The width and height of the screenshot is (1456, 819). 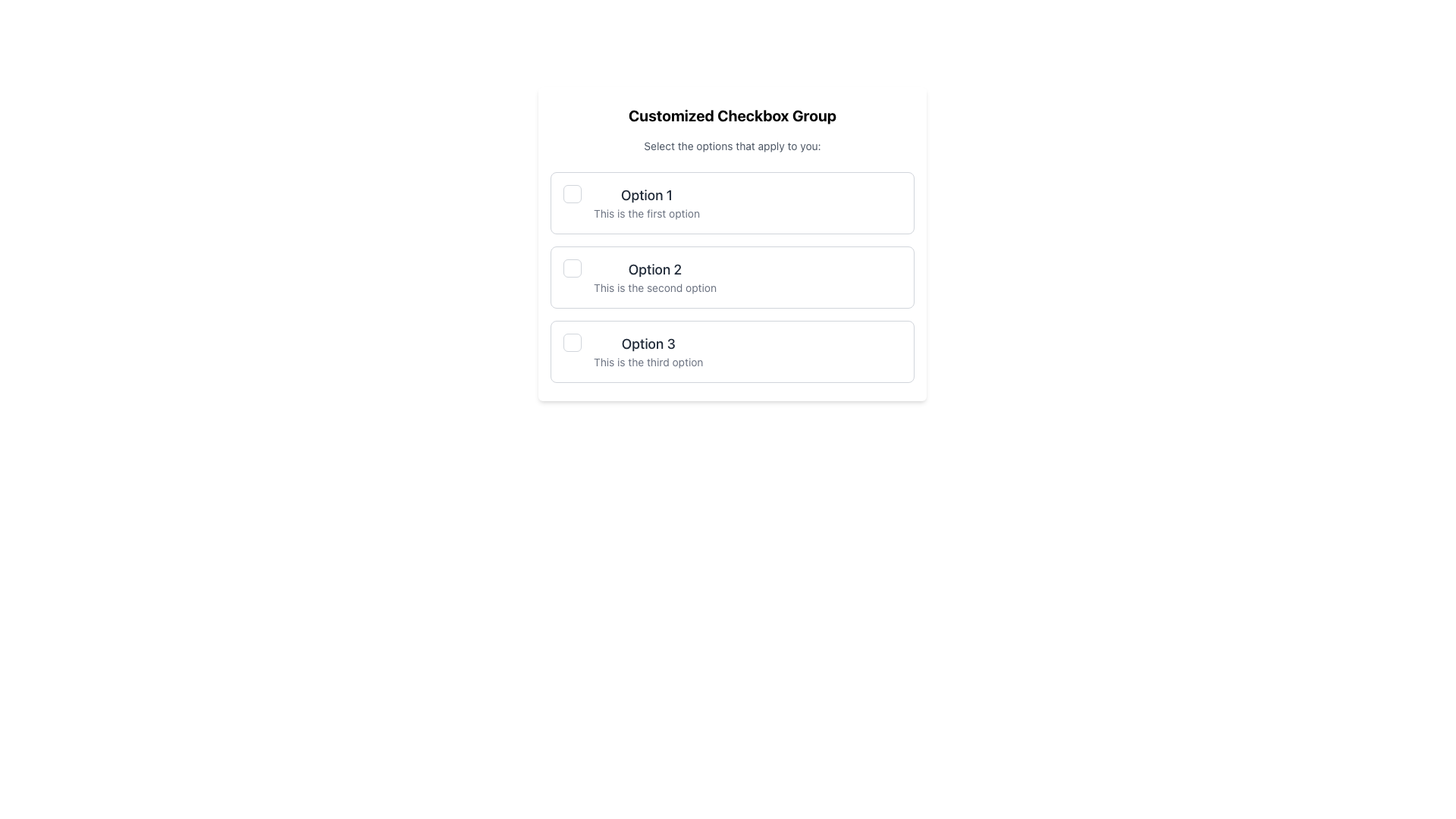 I want to click on the third checkbox option in the group, so click(x=732, y=351).